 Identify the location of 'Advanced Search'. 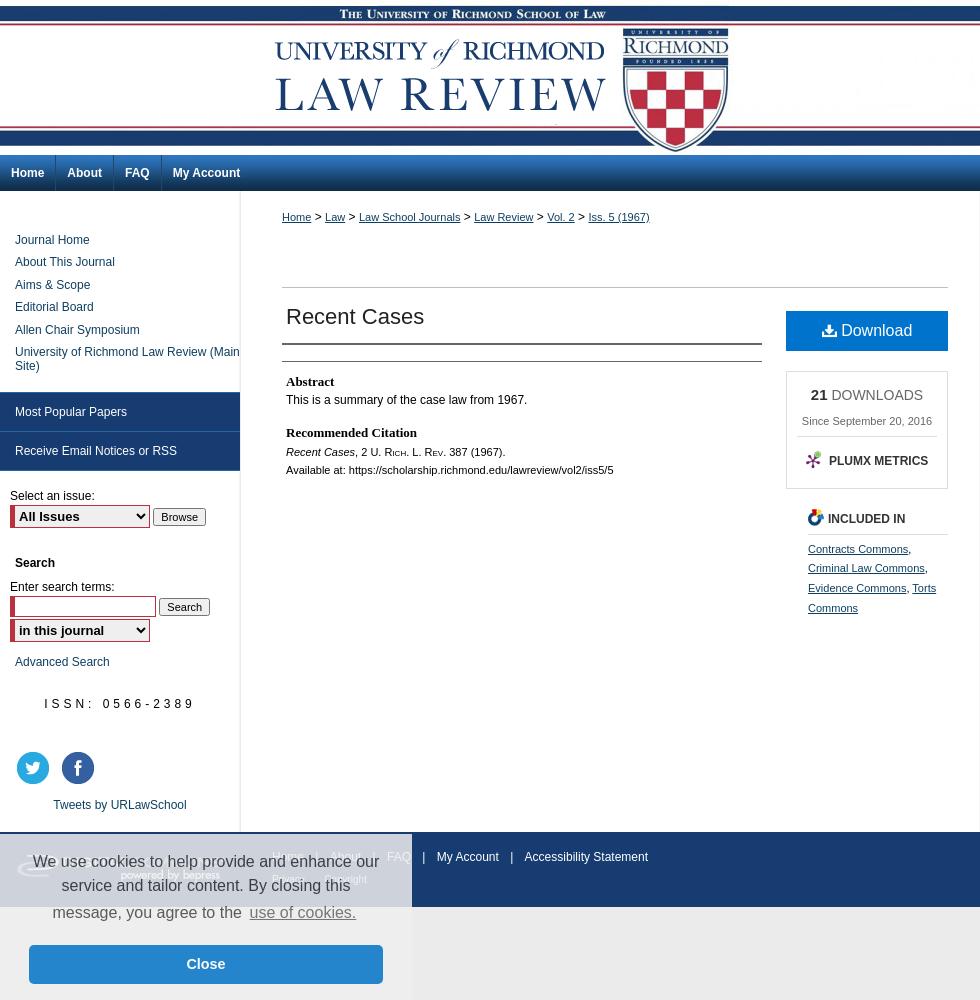
(61, 661).